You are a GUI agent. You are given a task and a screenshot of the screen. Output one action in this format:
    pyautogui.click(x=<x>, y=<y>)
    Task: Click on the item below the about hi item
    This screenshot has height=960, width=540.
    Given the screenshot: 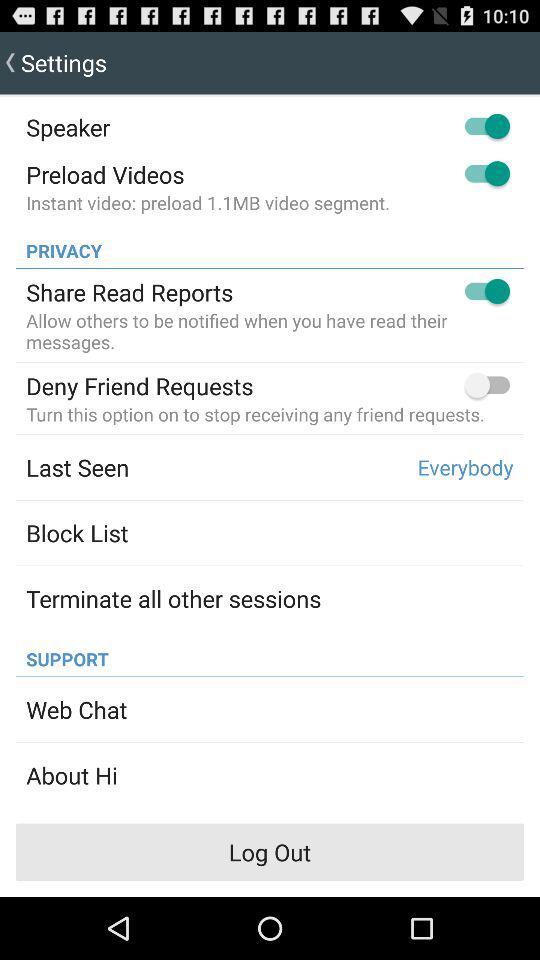 What is the action you would take?
    pyautogui.click(x=270, y=851)
    